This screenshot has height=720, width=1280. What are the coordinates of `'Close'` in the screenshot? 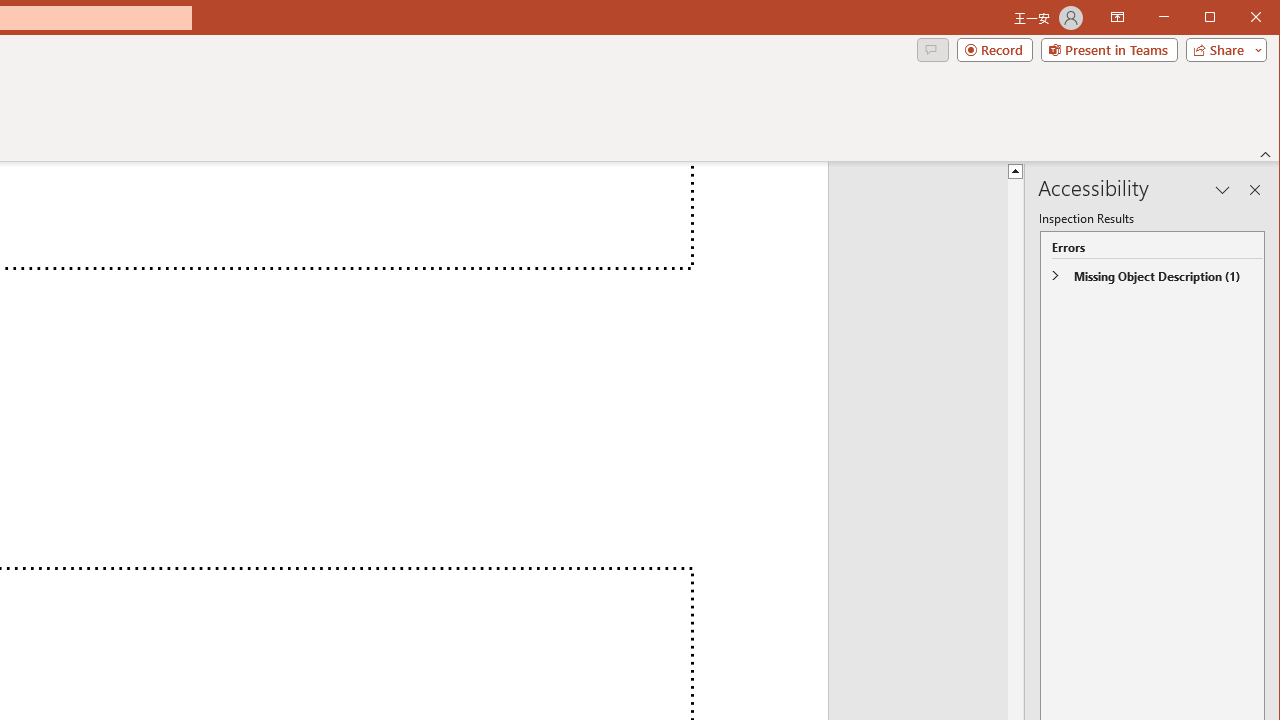 It's located at (1260, 19).